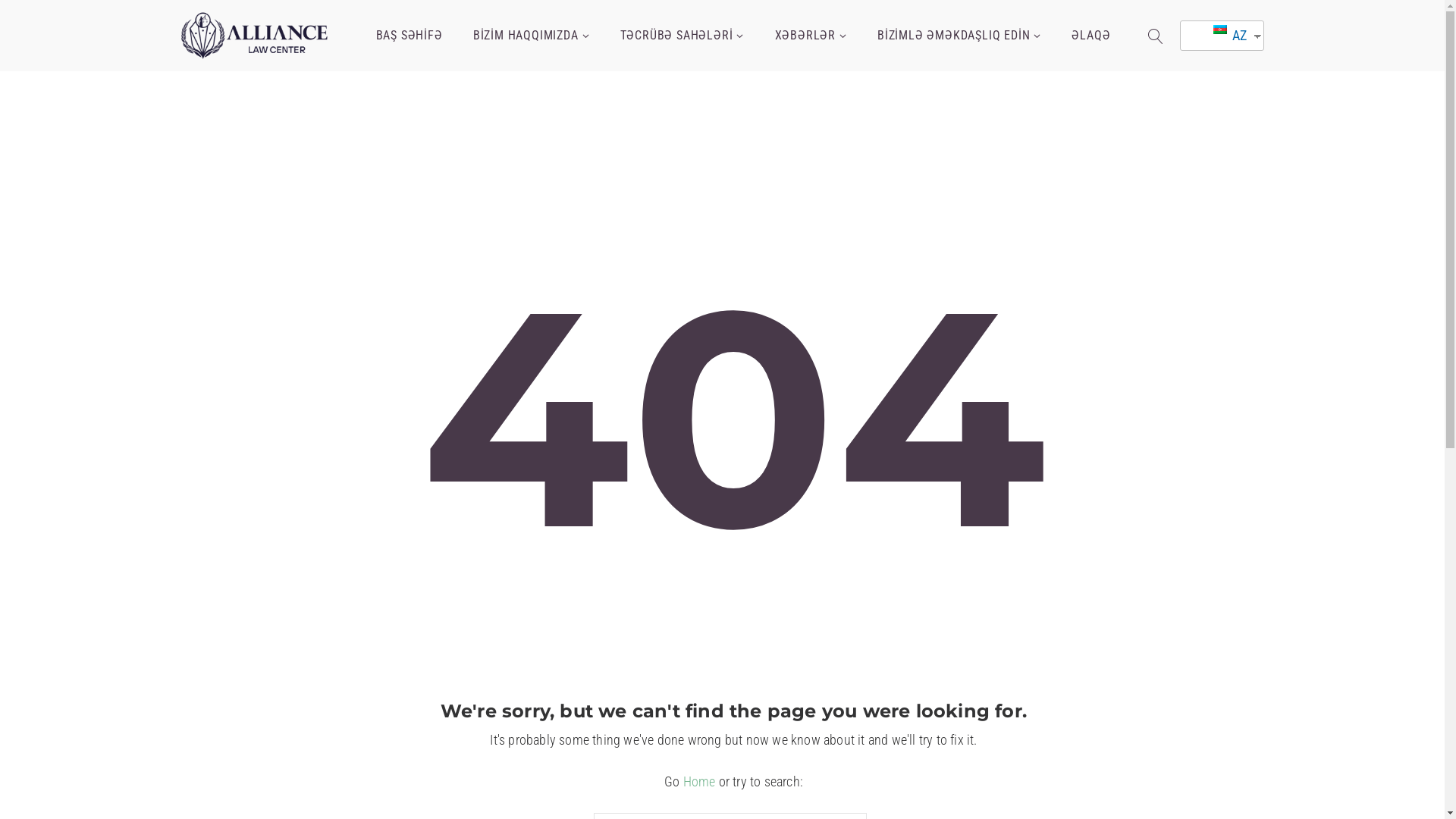 The width and height of the screenshot is (1456, 819). Describe the element at coordinates (698, 781) in the screenshot. I see `'Home'` at that location.